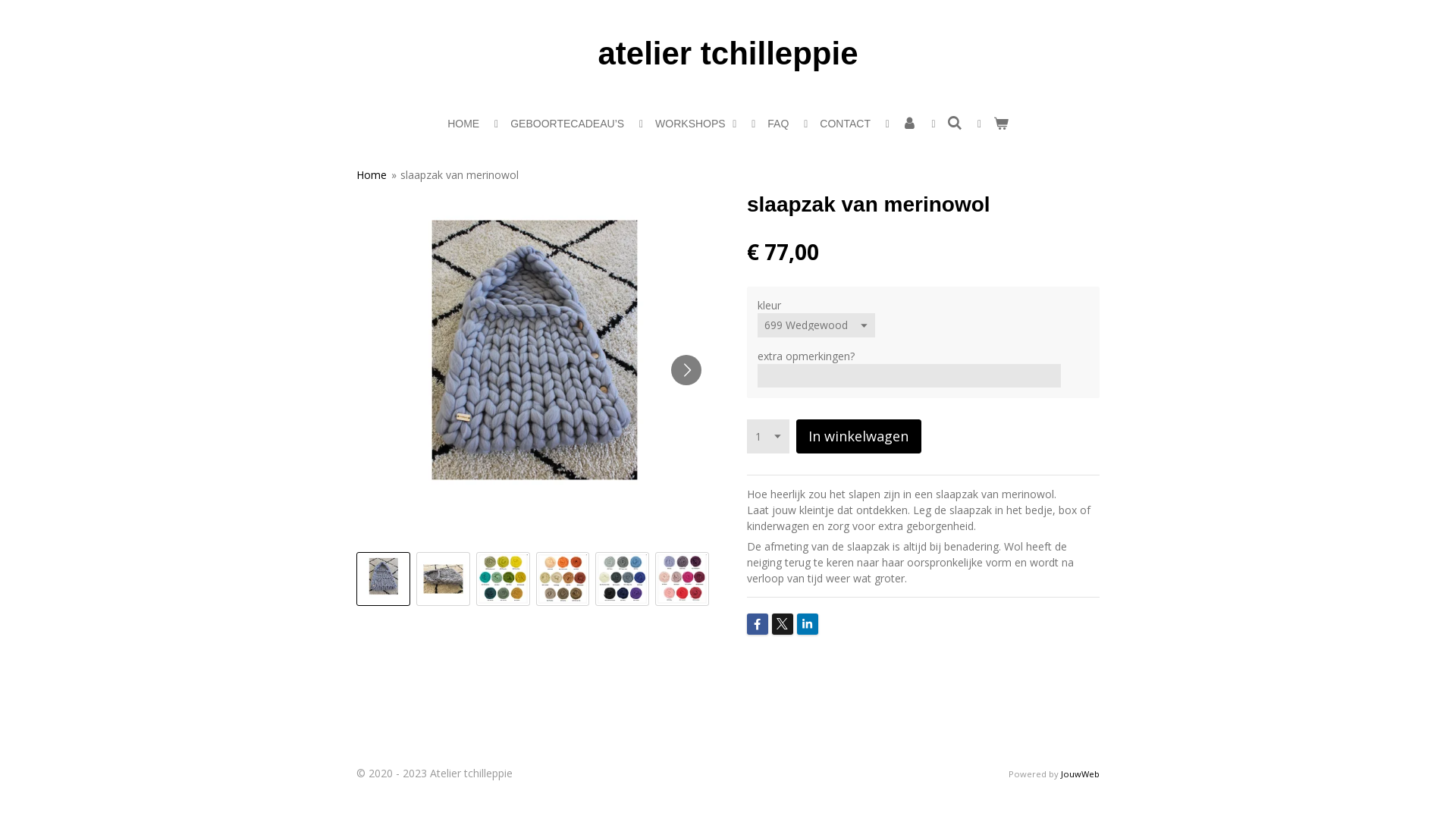 The width and height of the screenshot is (1456, 819). Describe the element at coordinates (438, 123) in the screenshot. I see `'HOME'` at that location.